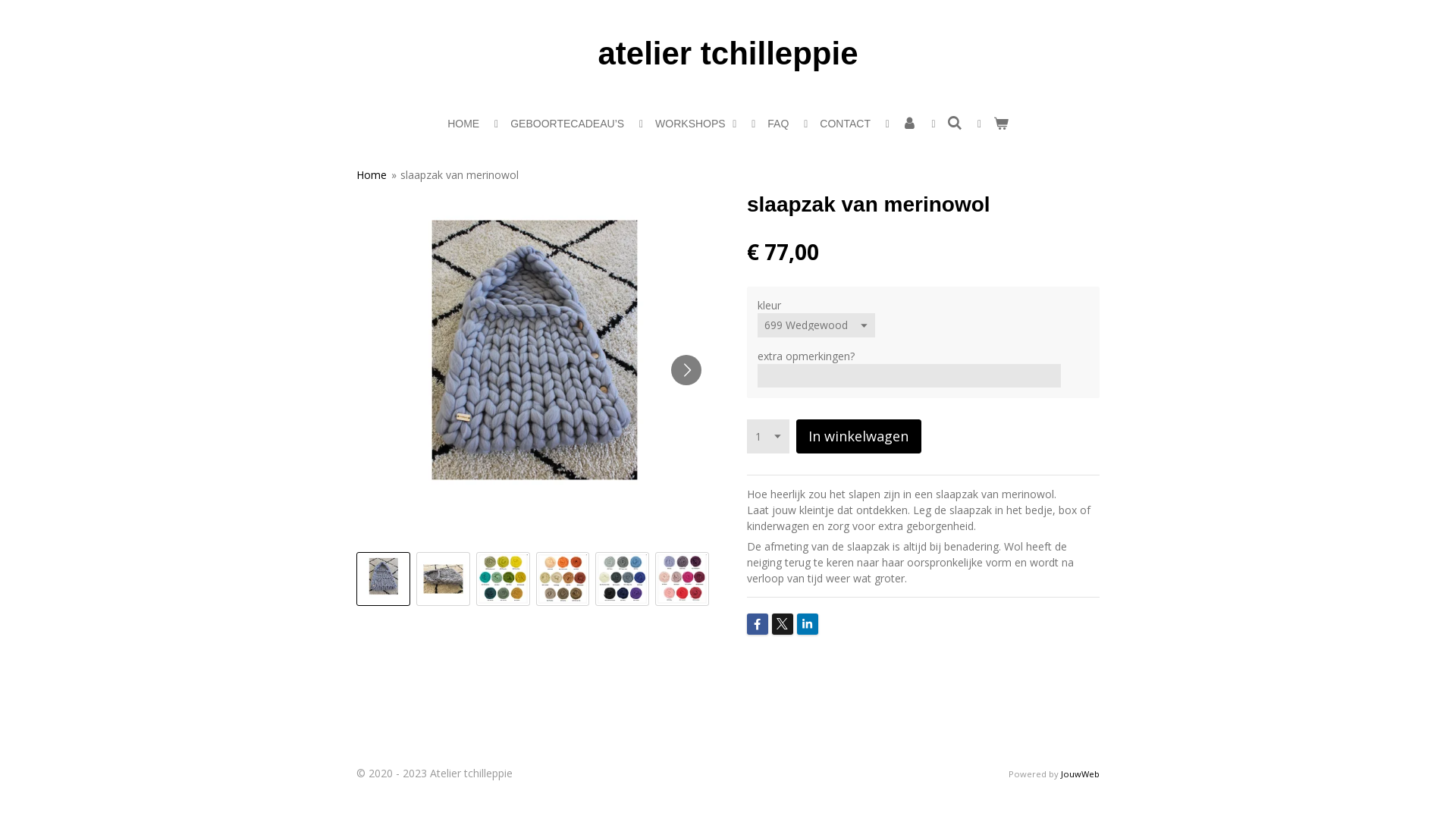 The width and height of the screenshot is (1456, 819). Describe the element at coordinates (438, 123) in the screenshot. I see `'HOME'` at that location.